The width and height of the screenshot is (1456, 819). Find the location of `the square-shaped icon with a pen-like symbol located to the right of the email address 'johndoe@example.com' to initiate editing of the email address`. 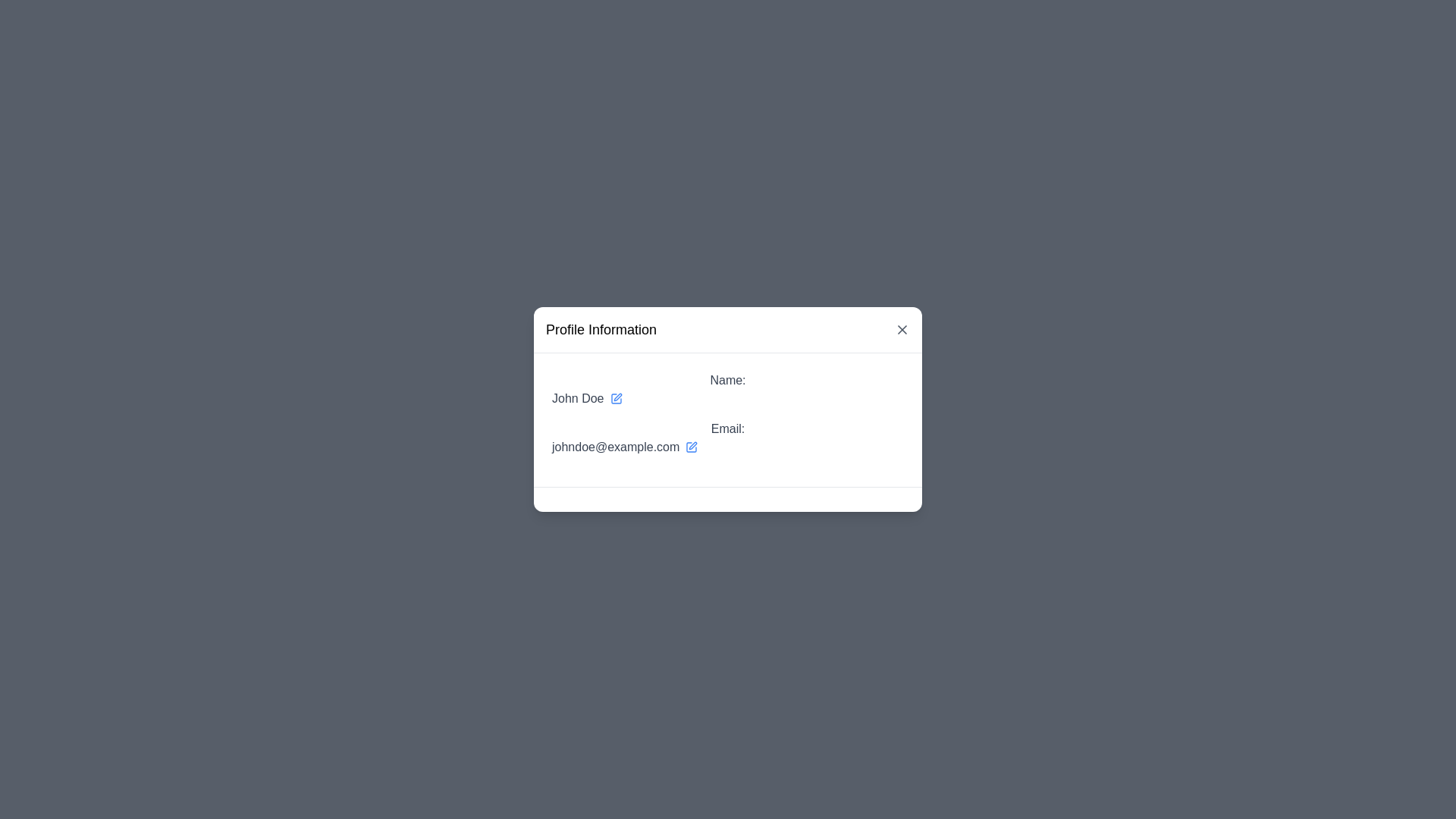

the square-shaped icon with a pen-like symbol located to the right of the email address 'johndoe@example.com' to initiate editing of the email address is located at coordinates (691, 447).